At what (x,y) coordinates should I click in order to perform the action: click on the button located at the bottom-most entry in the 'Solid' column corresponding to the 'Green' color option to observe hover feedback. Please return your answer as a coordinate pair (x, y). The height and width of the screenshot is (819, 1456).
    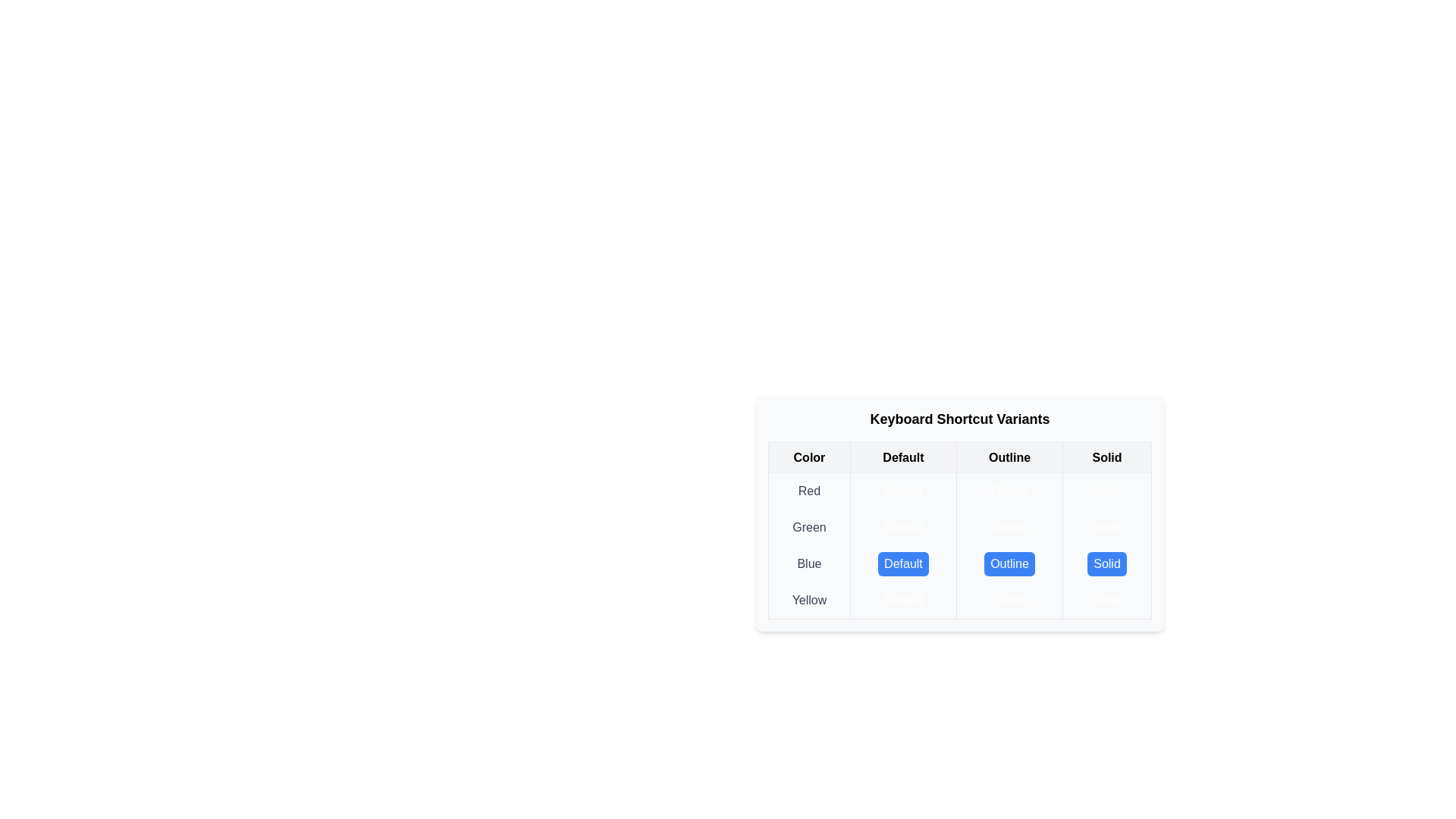
    Looking at the image, I should click on (1106, 526).